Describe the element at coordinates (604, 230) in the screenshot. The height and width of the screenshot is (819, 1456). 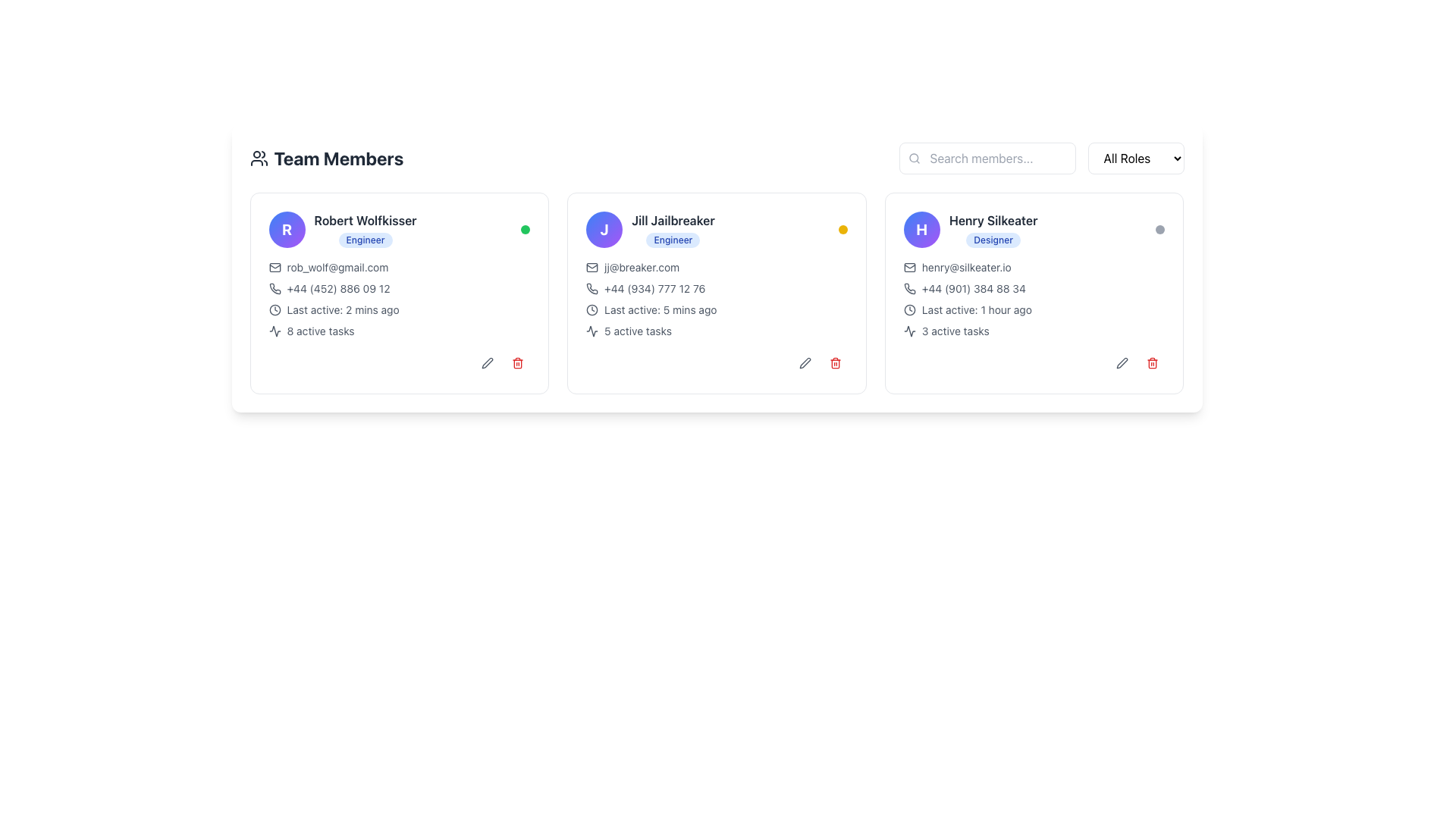
I see `the Avatar or Profile Picture of user 'Jill Jailbreaker'` at that location.